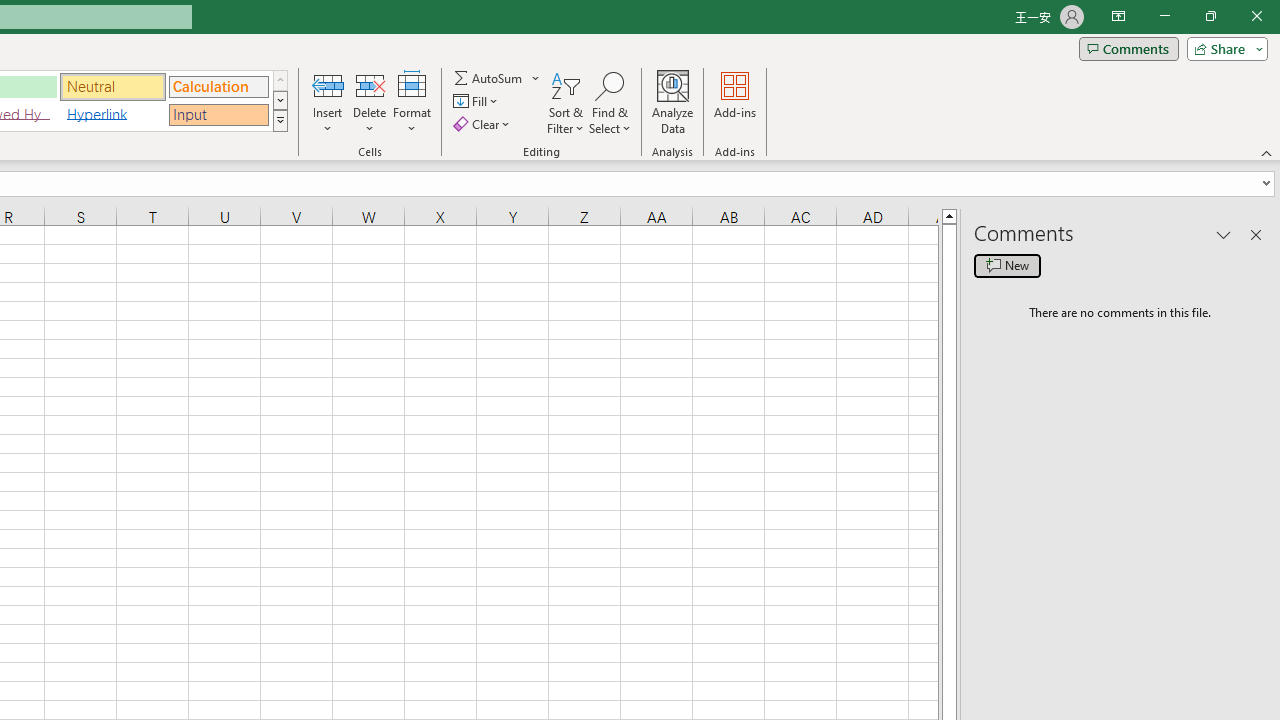  I want to click on 'Comments', so click(1128, 47).